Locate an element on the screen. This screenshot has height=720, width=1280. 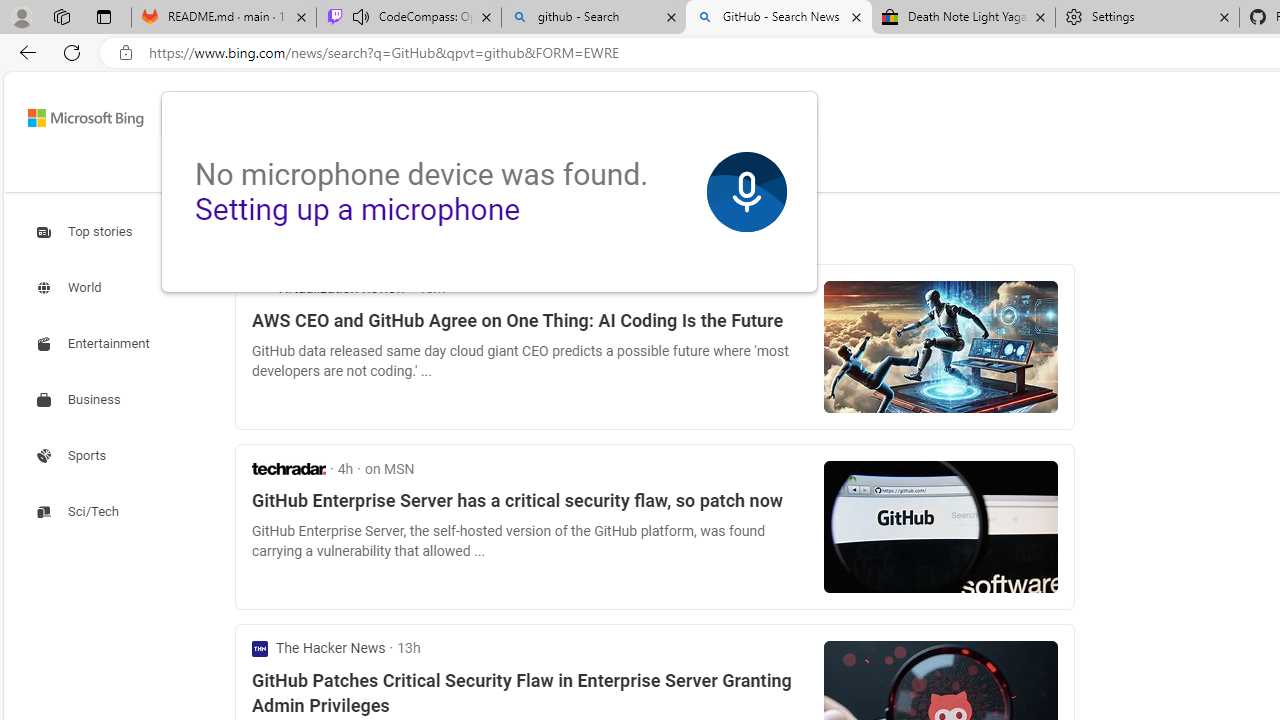
'github - Search' is located at coordinates (592, 17).